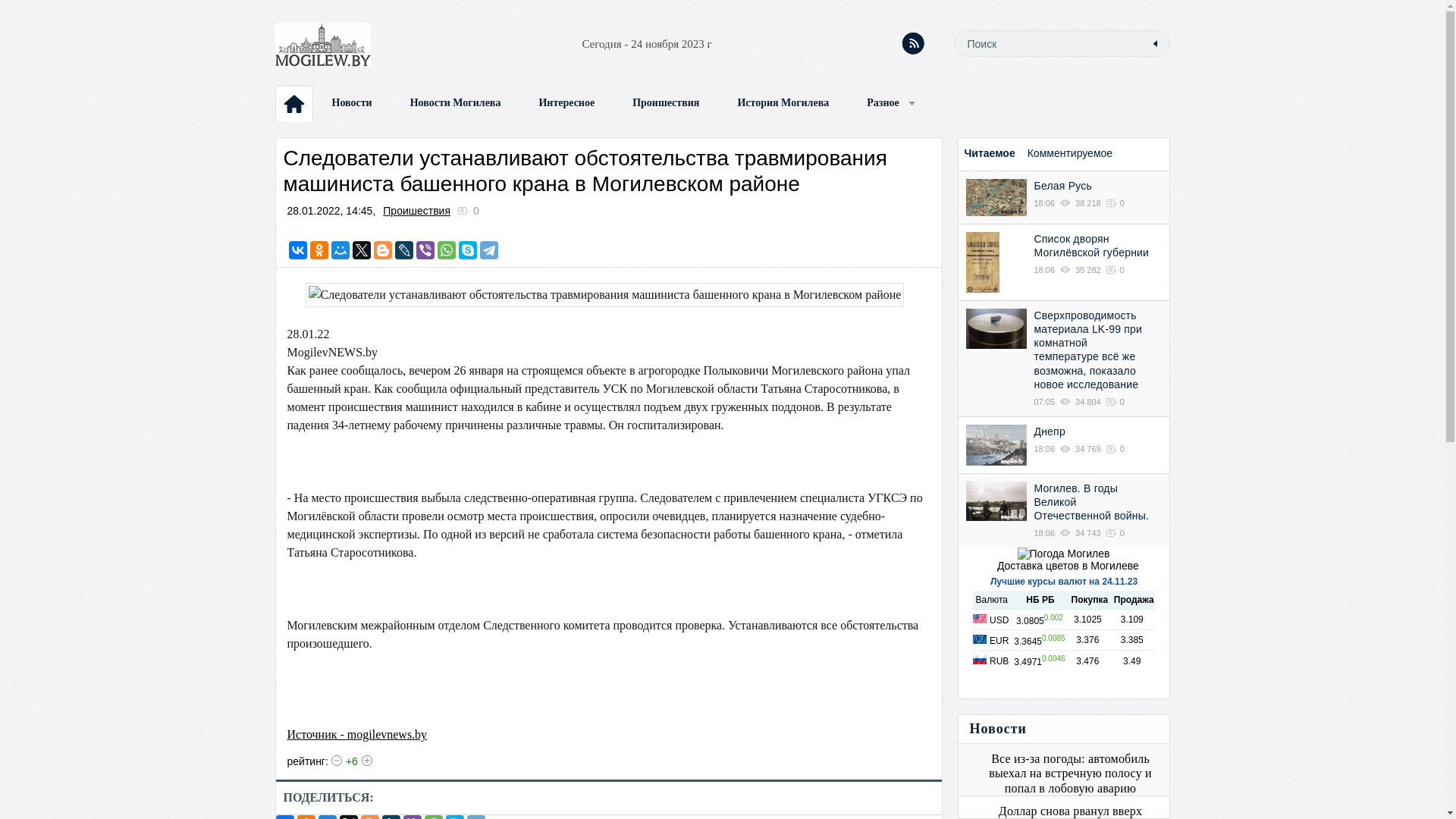  Describe the element at coordinates (488, 249) in the screenshot. I see `'Telegram'` at that location.